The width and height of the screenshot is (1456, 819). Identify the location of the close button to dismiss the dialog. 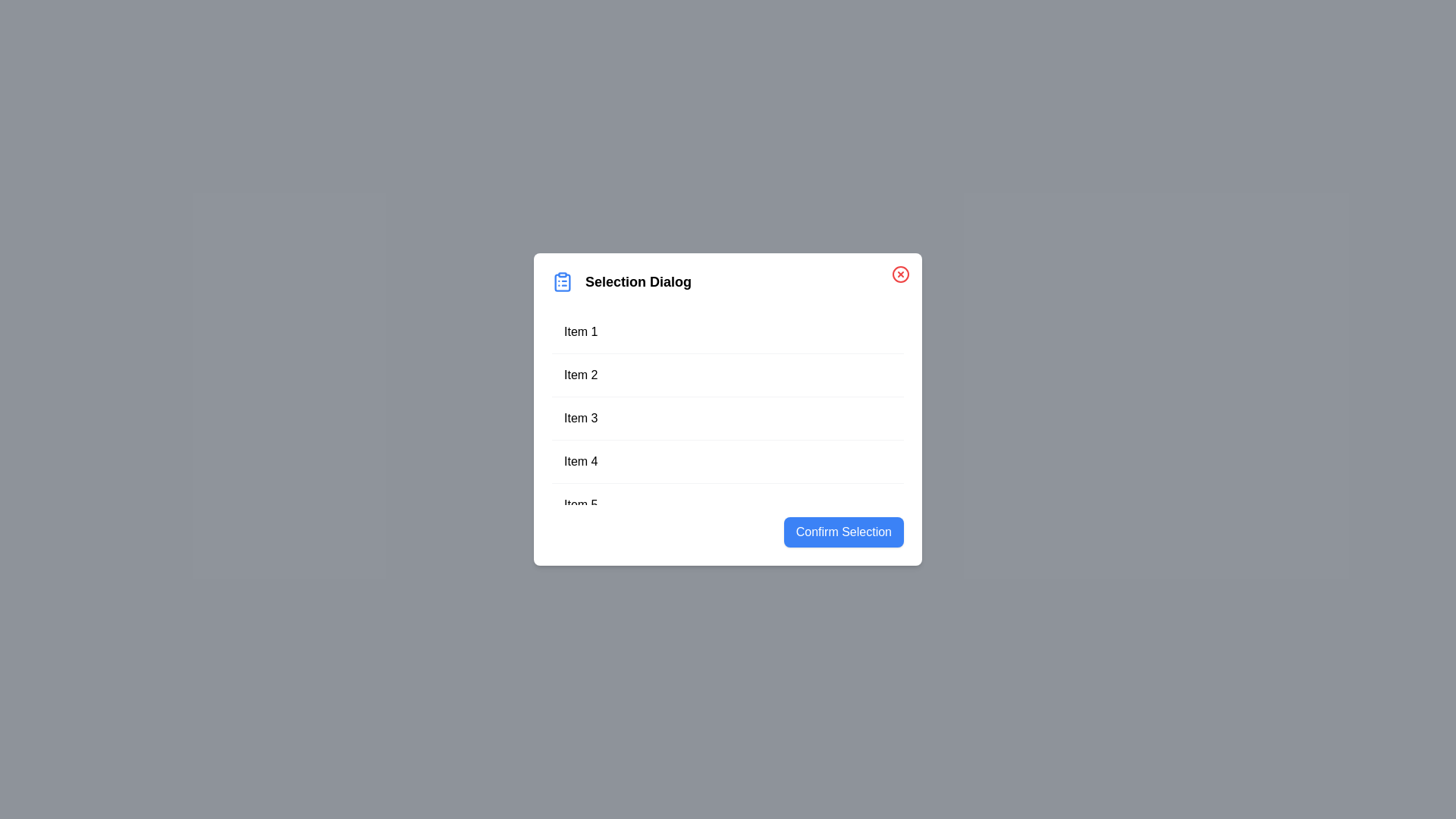
(901, 275).